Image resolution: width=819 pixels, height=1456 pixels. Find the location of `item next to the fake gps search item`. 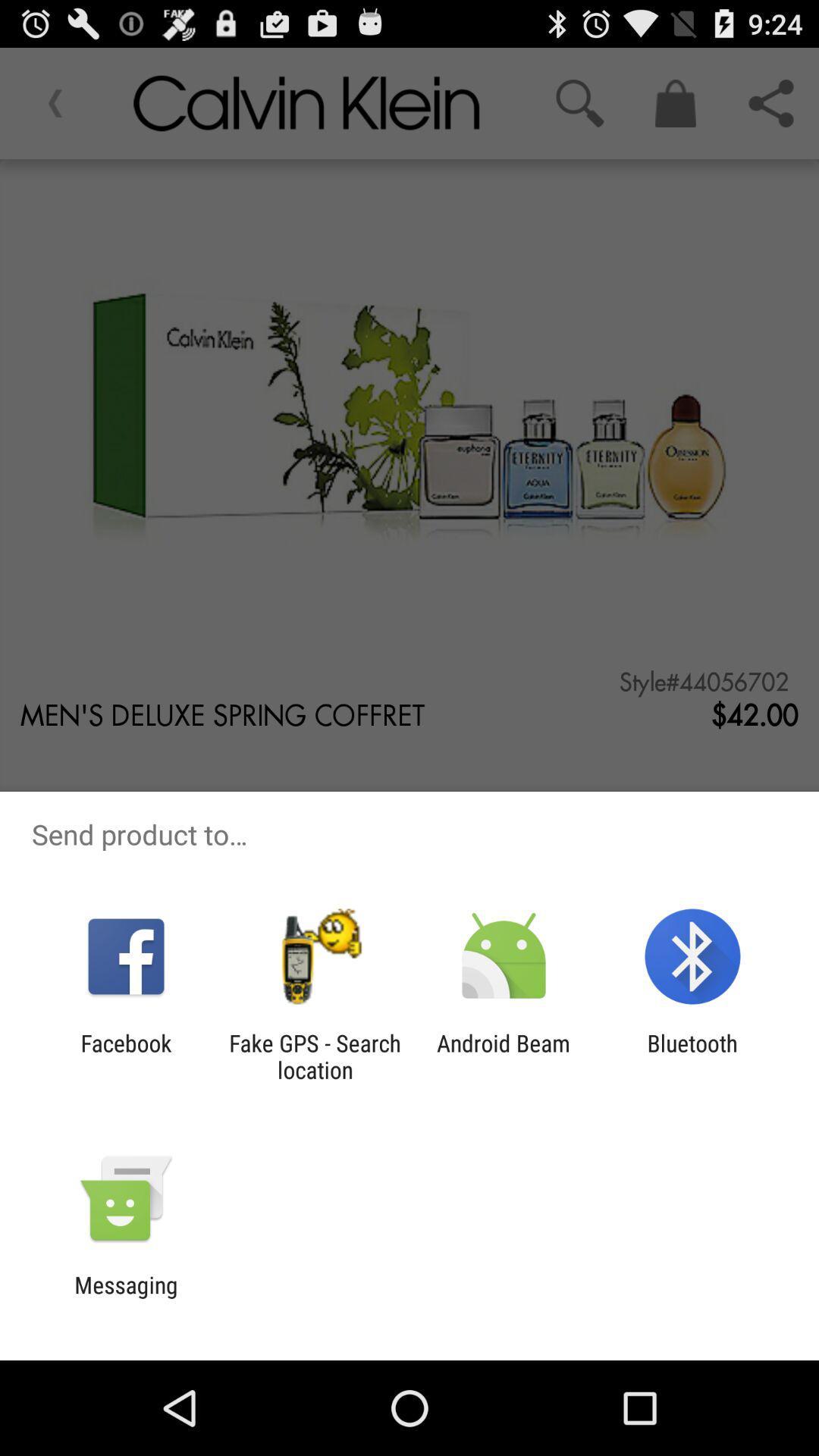

item next to the fake gps search item is located at coordinates (125, 1056).